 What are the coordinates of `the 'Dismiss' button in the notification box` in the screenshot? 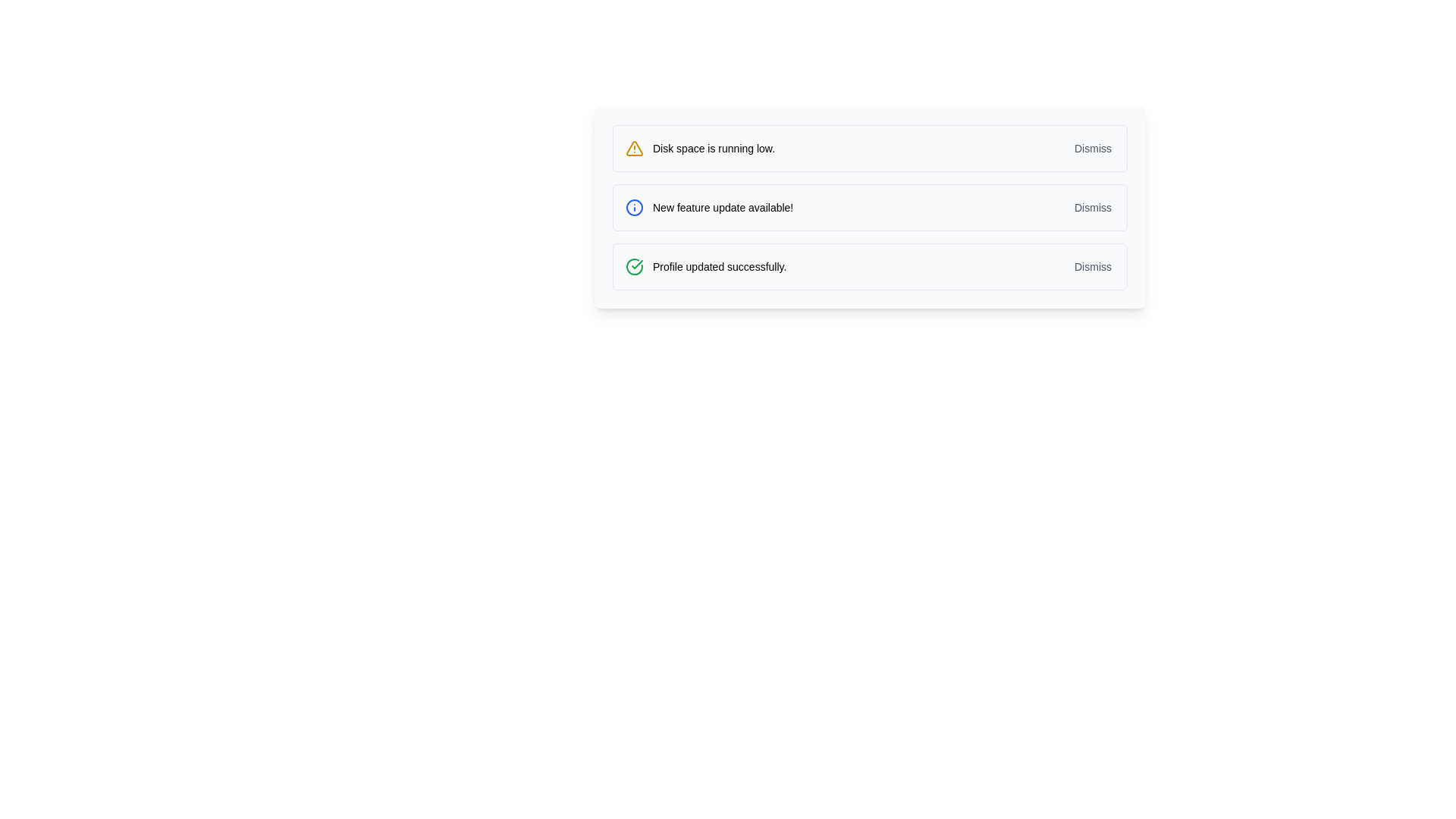 It's located at (1093, 149).